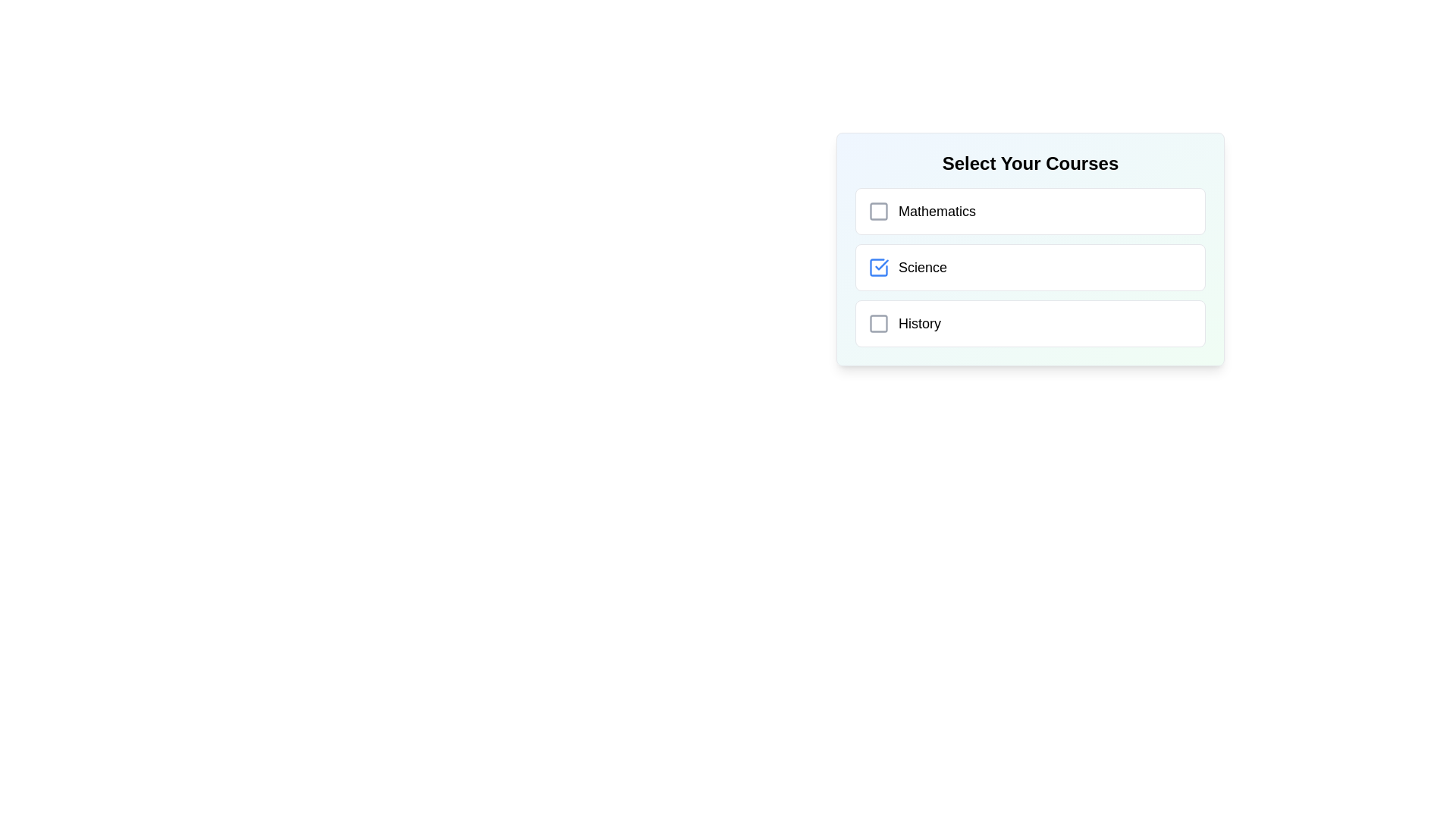 This screenshot has width=1456, height=819. What do you see at coordinates (1030, 267) in the screenshot?
I see `the checkbox of the 'Science' course selectable list item` at bounding box center [1030, 267].